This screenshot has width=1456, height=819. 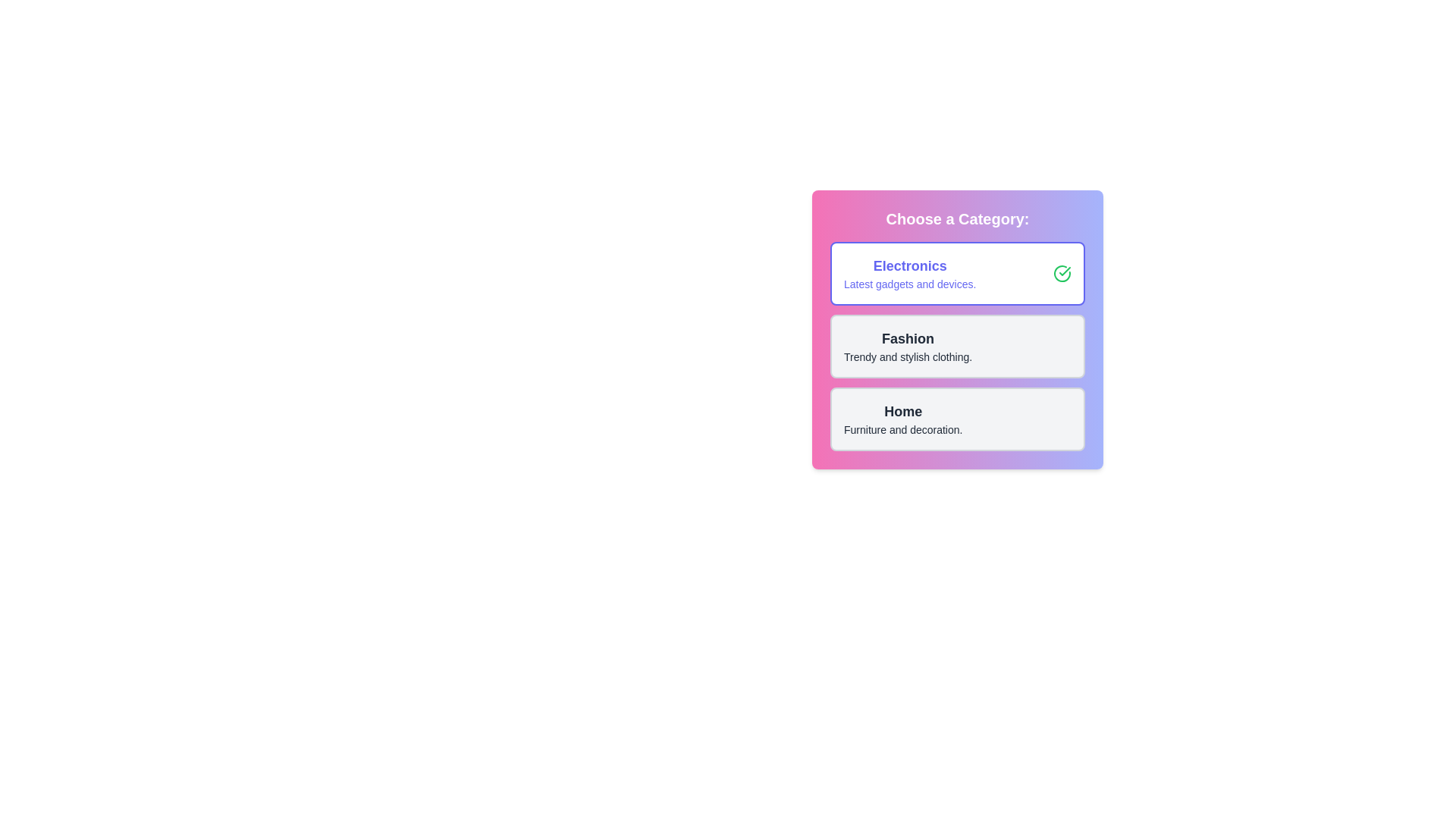 I want to click on the 'Home' category text block, which provides a description of 'Furniture and decoration.' This text block is the third option in a vertically stacked list of categories, positioned below 'Fashion', so click(x=903, y=419).